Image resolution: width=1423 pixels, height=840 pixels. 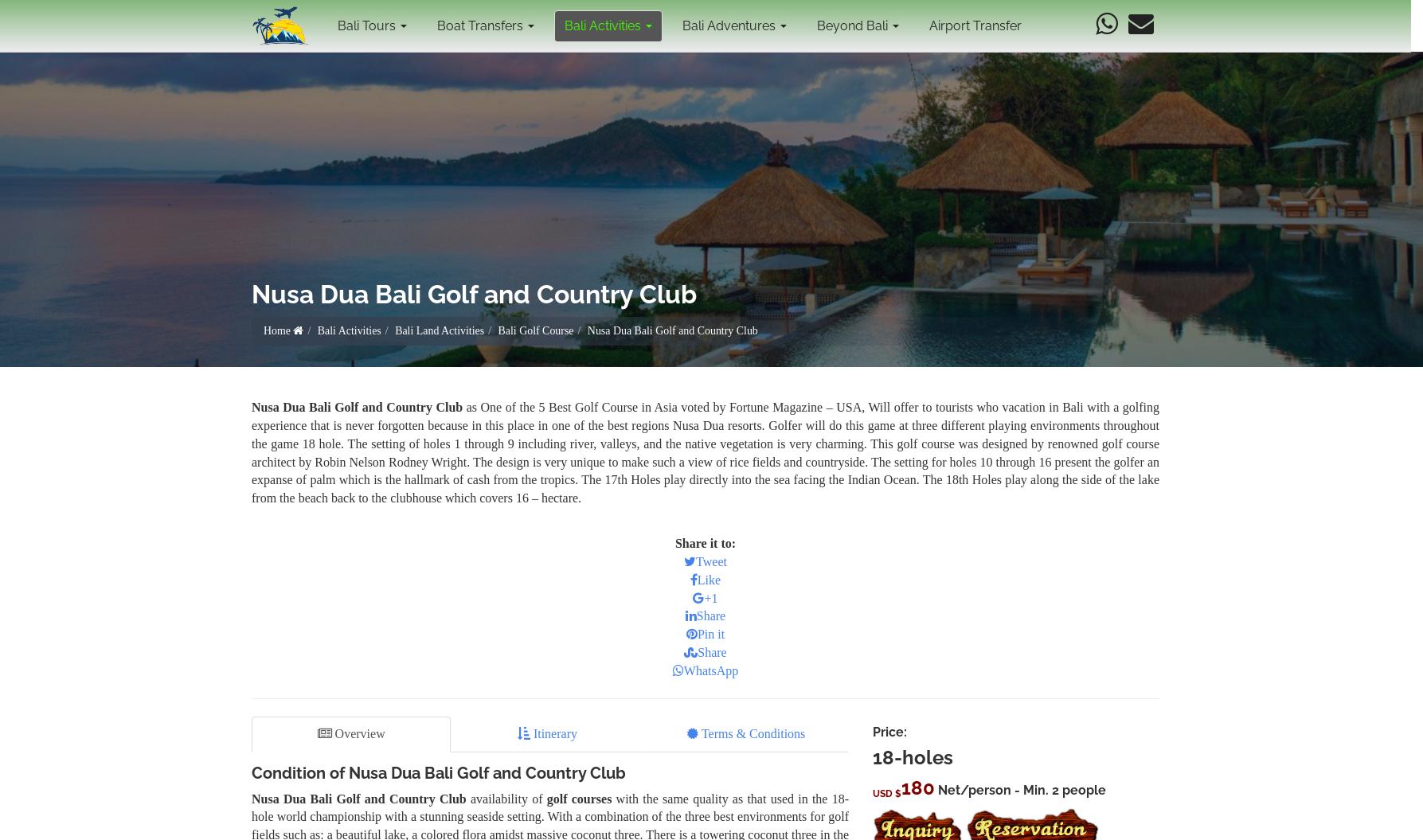 What do you see at coordinates (437, 772) in the screenshot?
I see `'Condition of Nusa Dua Bali Golf and Country Club'` at bounding box center [437, 772].